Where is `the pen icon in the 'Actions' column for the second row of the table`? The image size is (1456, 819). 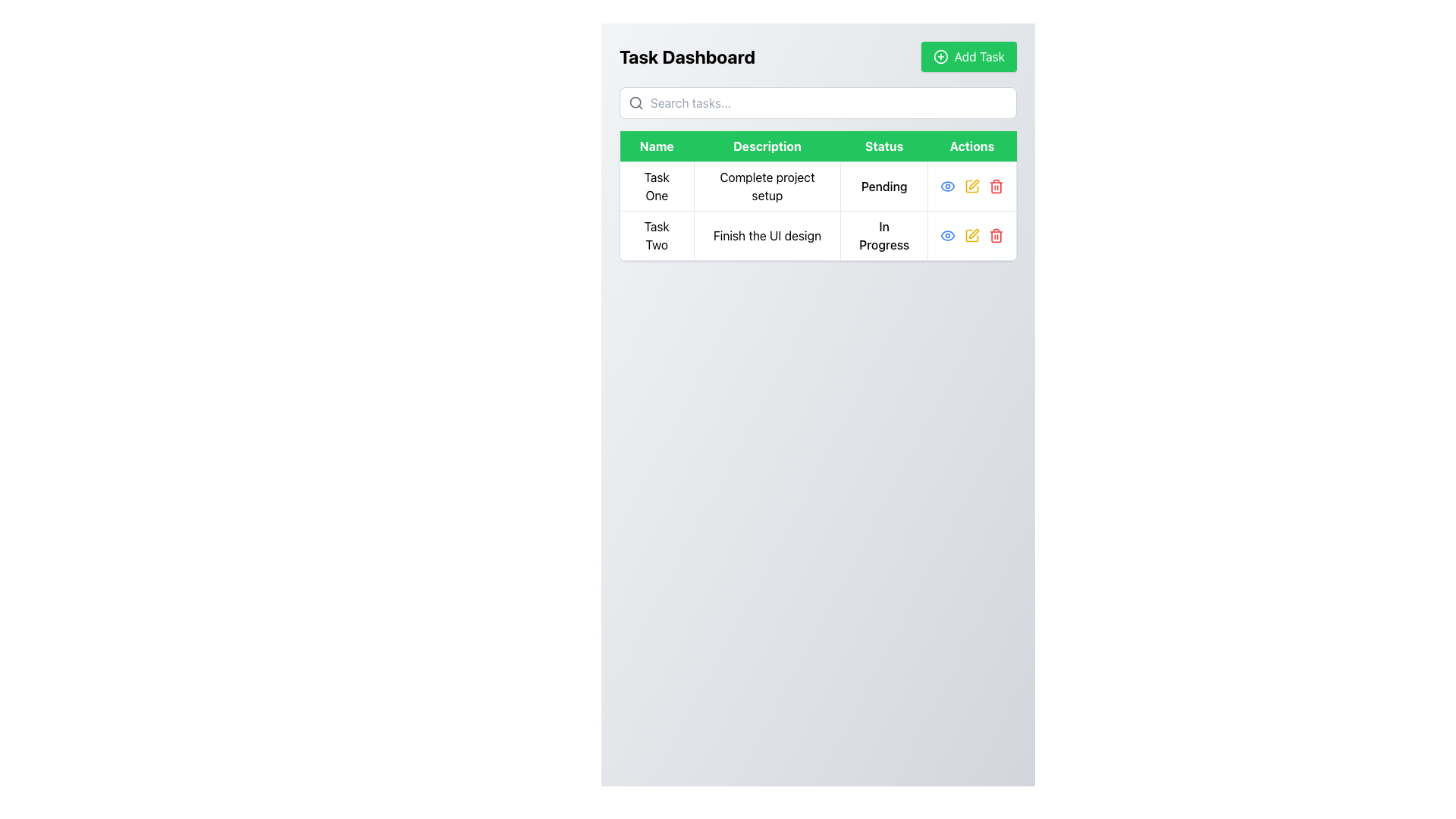
the pen icon in the 'Actions' column for the second row of the table is located at coordinates (973, 184).